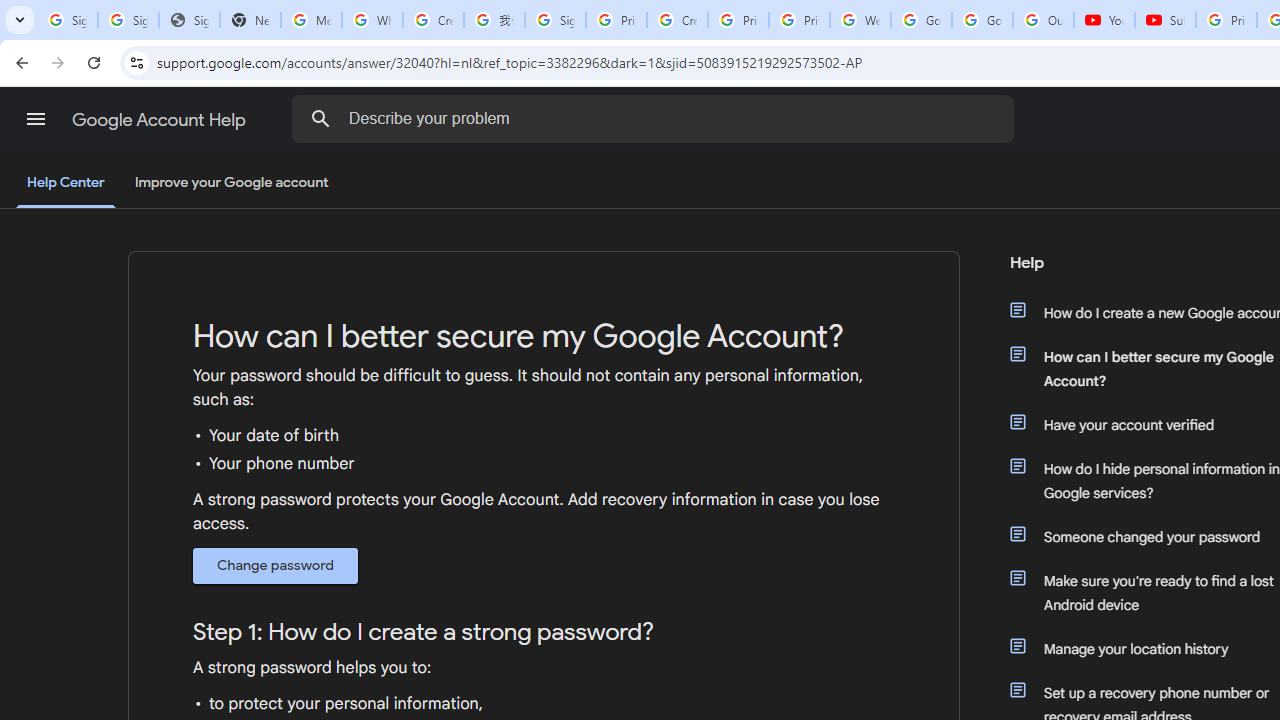 This screenshot has width=1280, height=720. I want to click on 'New Tab', so click(249, 20).